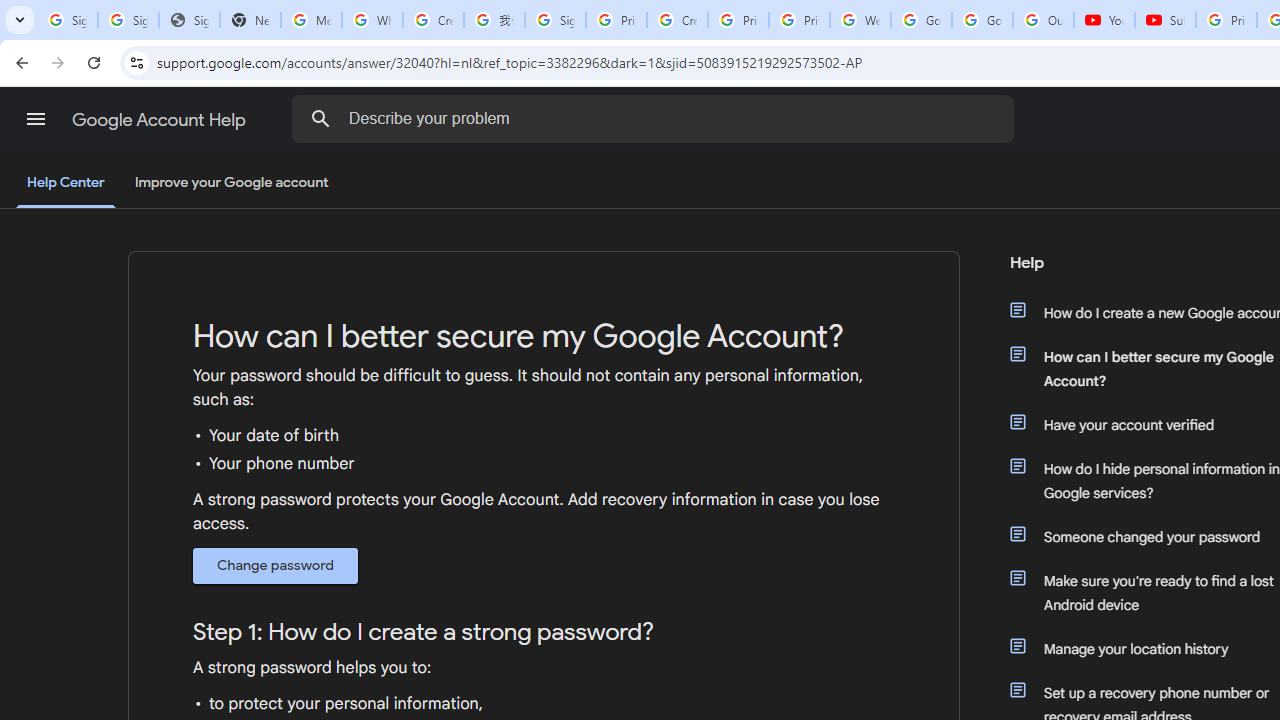 This screenshot has width=1280, height=720. I want to click on 'New Tab', so click(249, 20).